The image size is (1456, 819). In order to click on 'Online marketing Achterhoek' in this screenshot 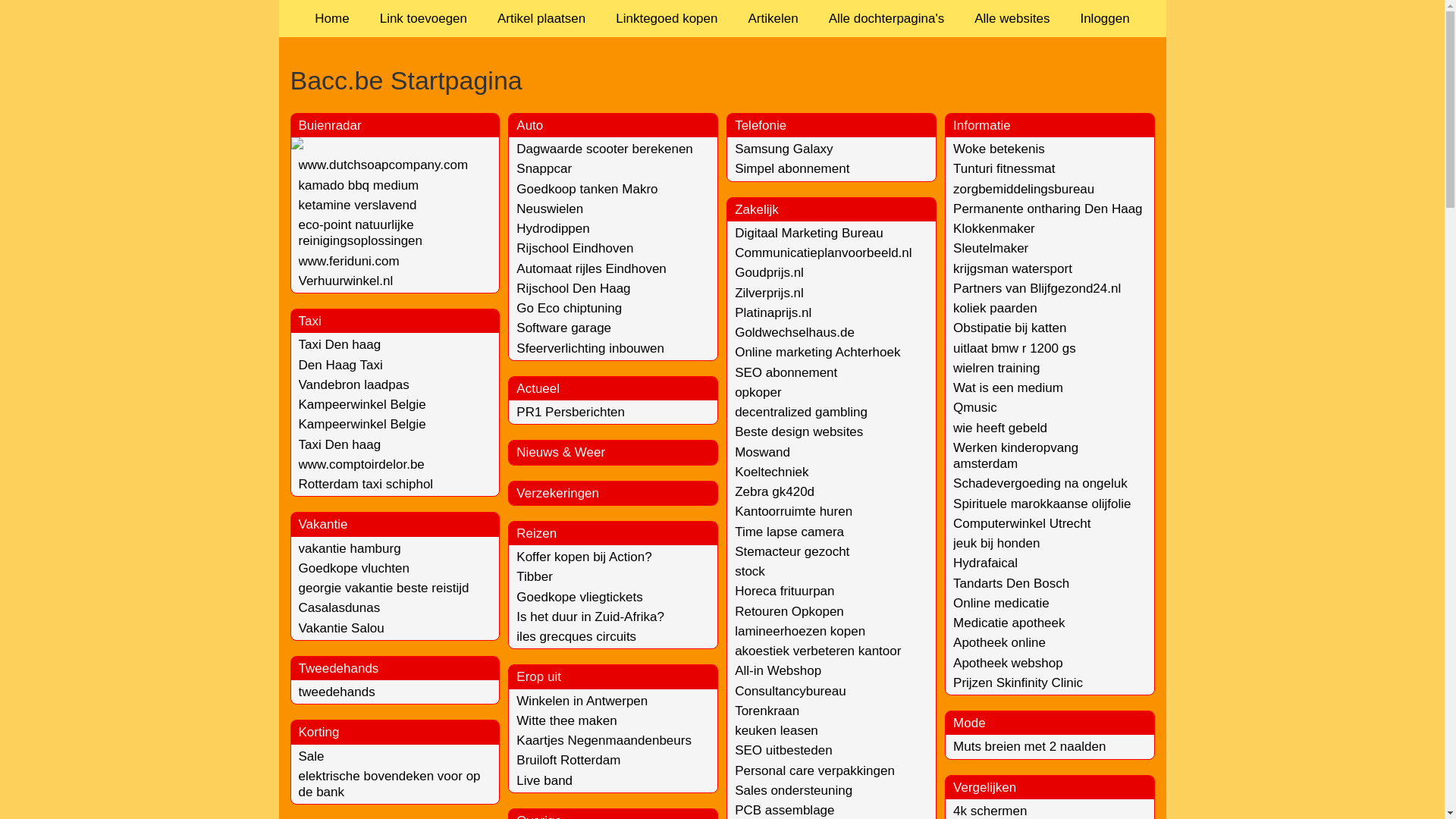, I will do `click(817, 352)`.